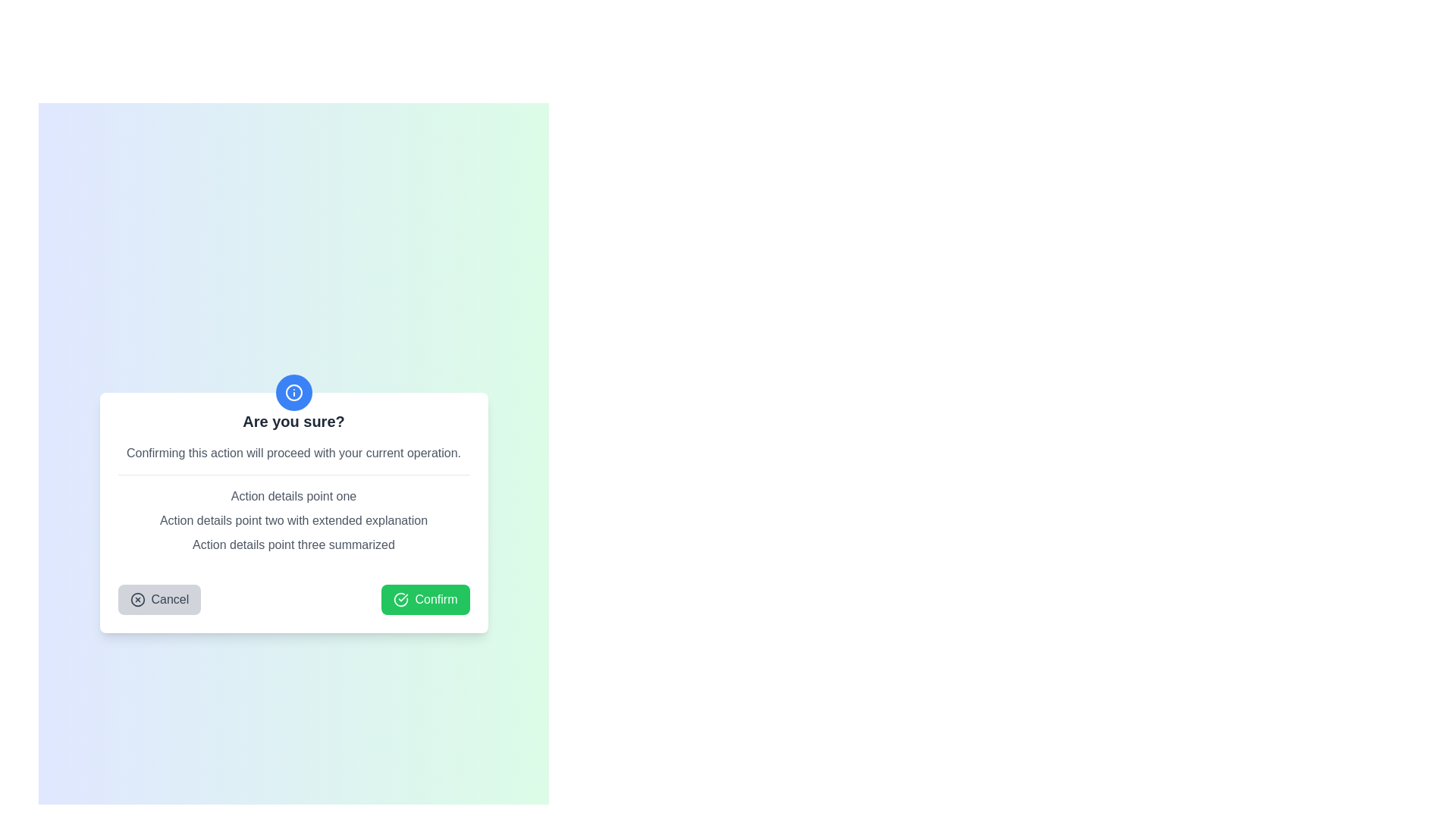 The width and height of the screenshot is (1456, 819). What do you see at coordinates (293, 452) in the screenshot?
I see `static text element that displays the message 'Confirming this action will proceed with your current operation.' This text is styled in gray and is located below the header 'Are you sure?' within a centered modal box` at bounding box center [293, 452].